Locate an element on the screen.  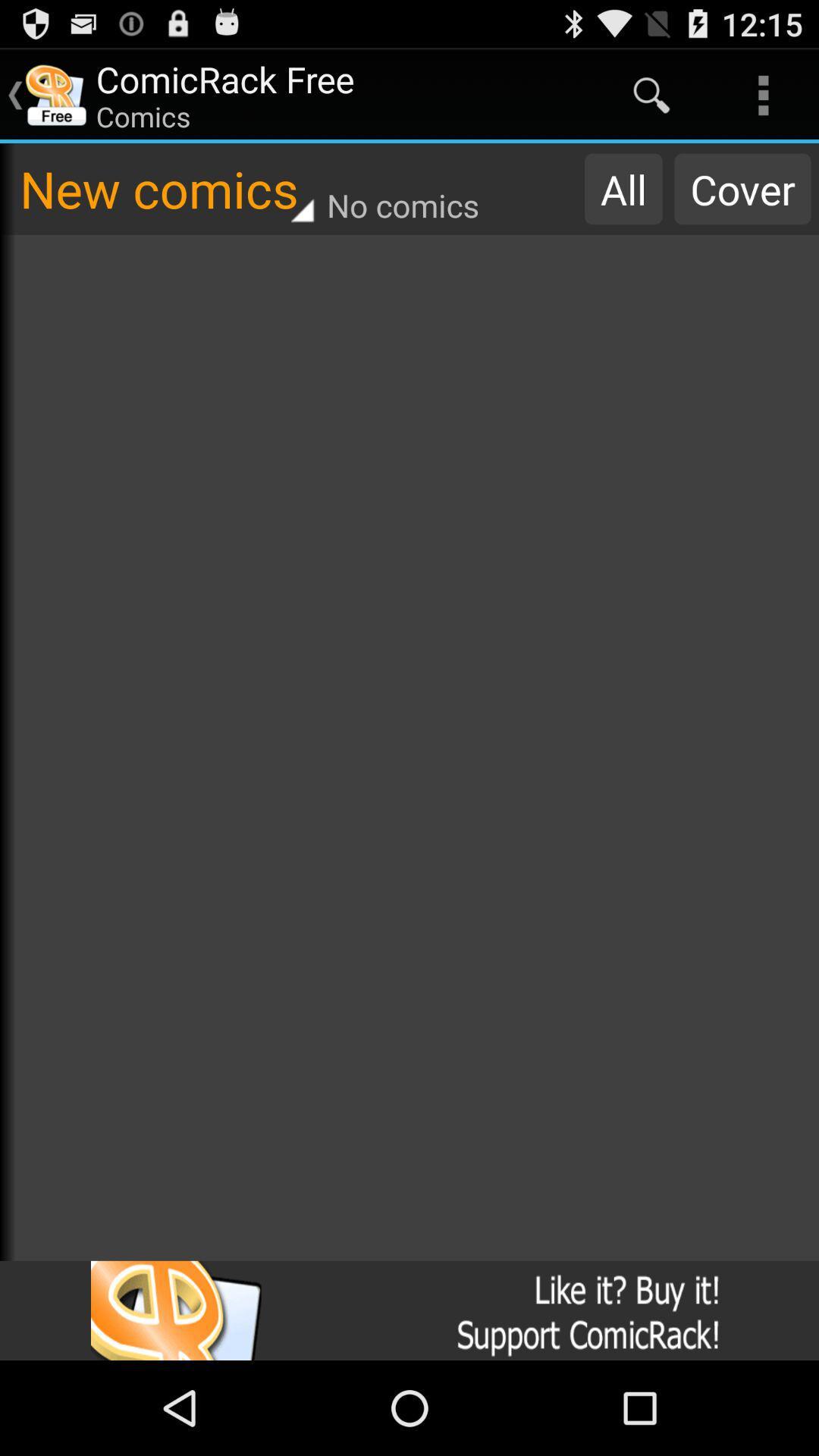
the icon above cover item is located at coordinates (763, 94).